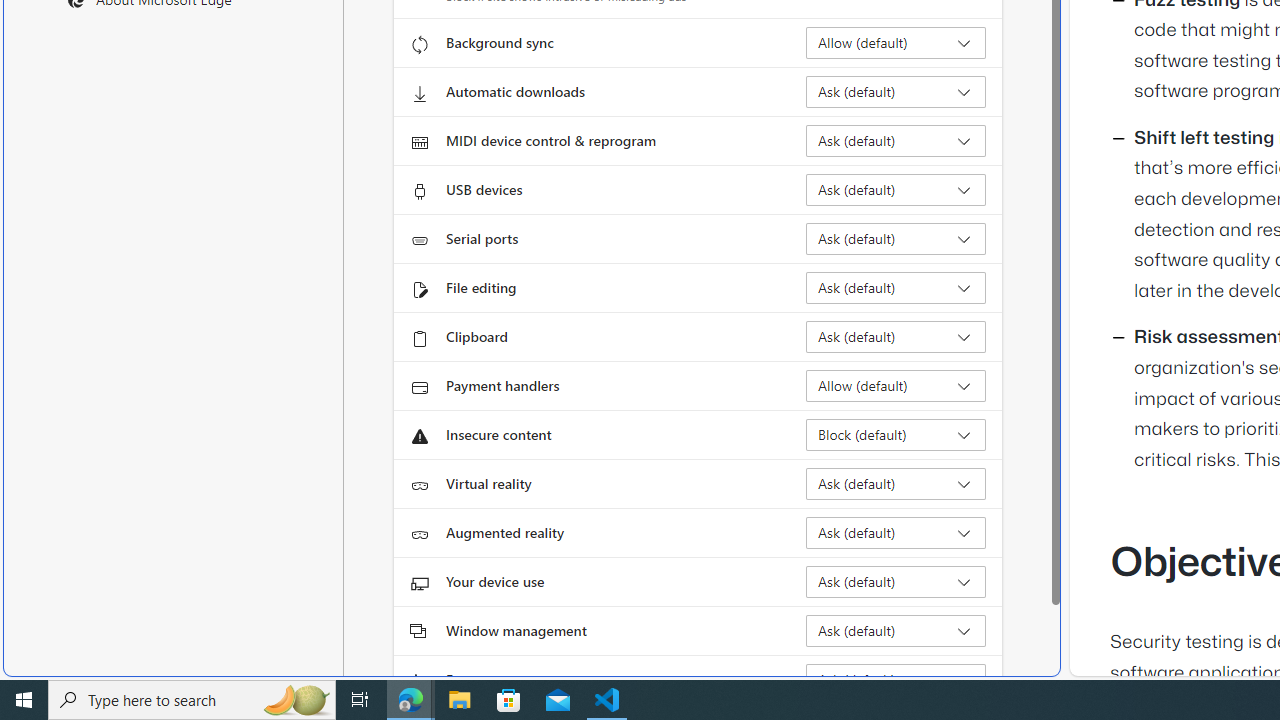 This screenshot has width=1280, height=720. I want to click on 'Clipboard Ask (default)', so click(895, 335).